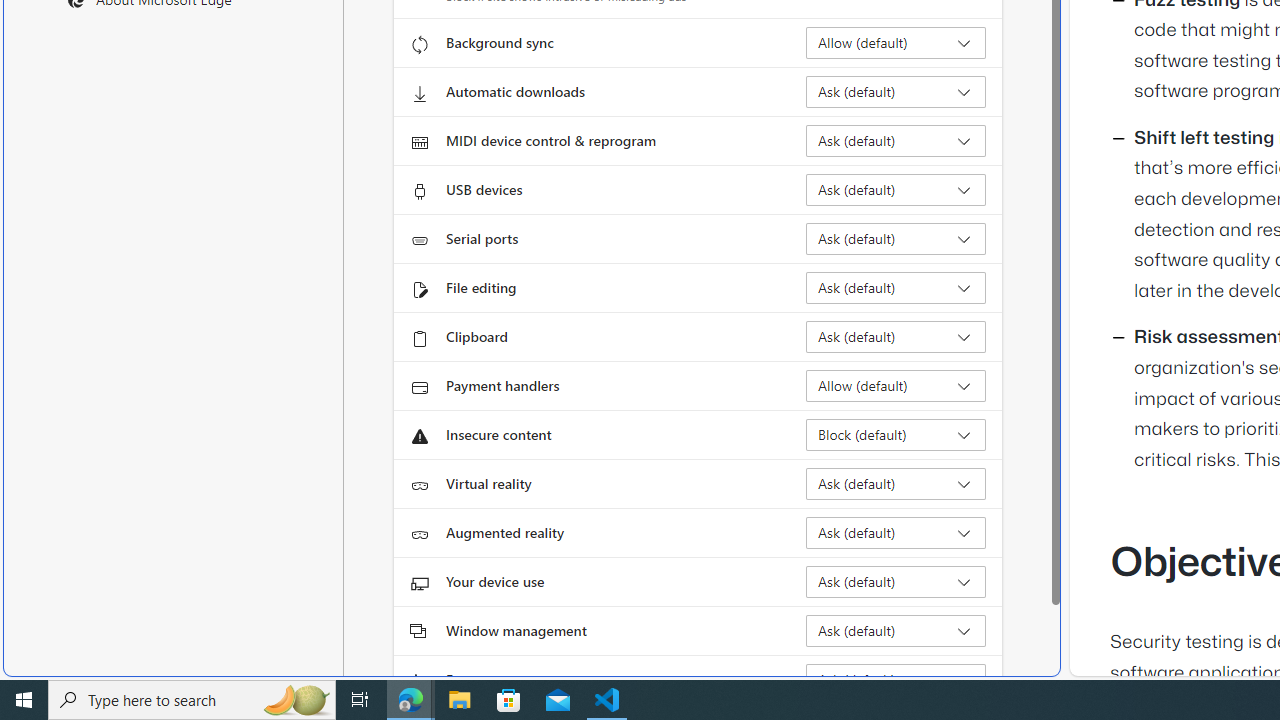 This screenshot has width=1280, height=720. I want to click on 'Clipboard Ask (default)', so click(895, 335).